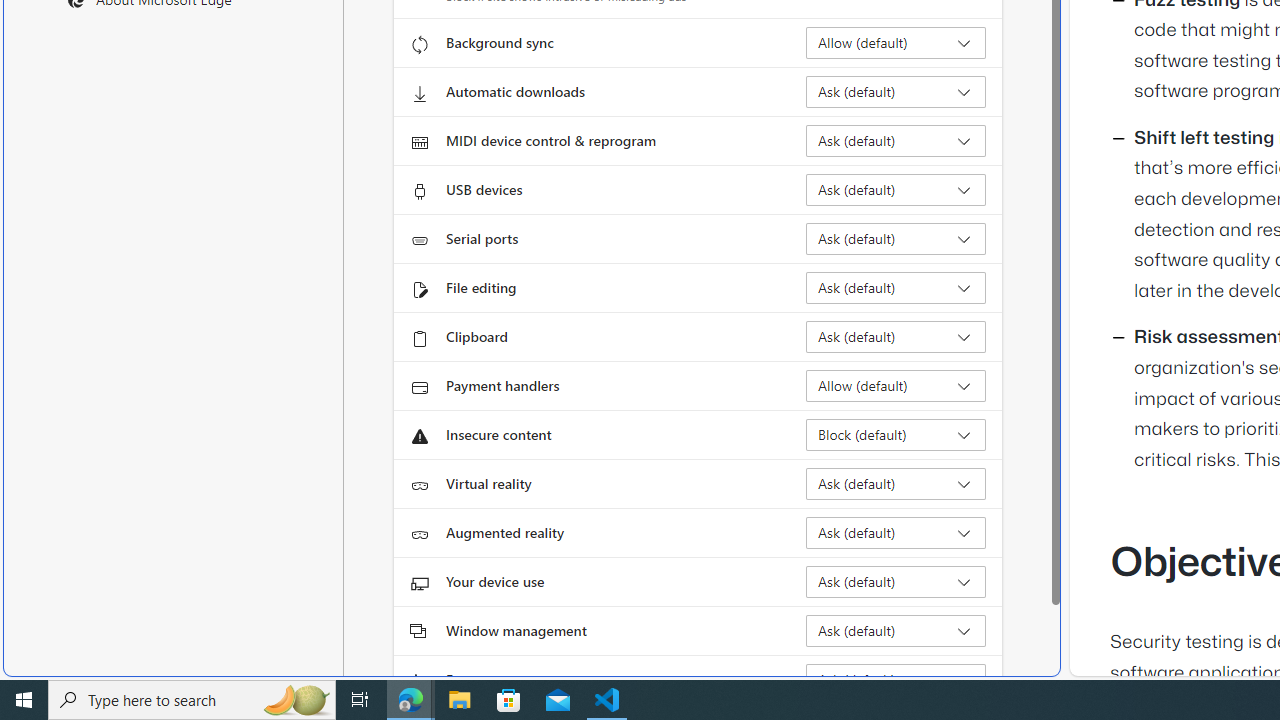 This screenshot has width=1280, height=720. I want to click on 'Clipboard Ask (default)', so click(895, 335).